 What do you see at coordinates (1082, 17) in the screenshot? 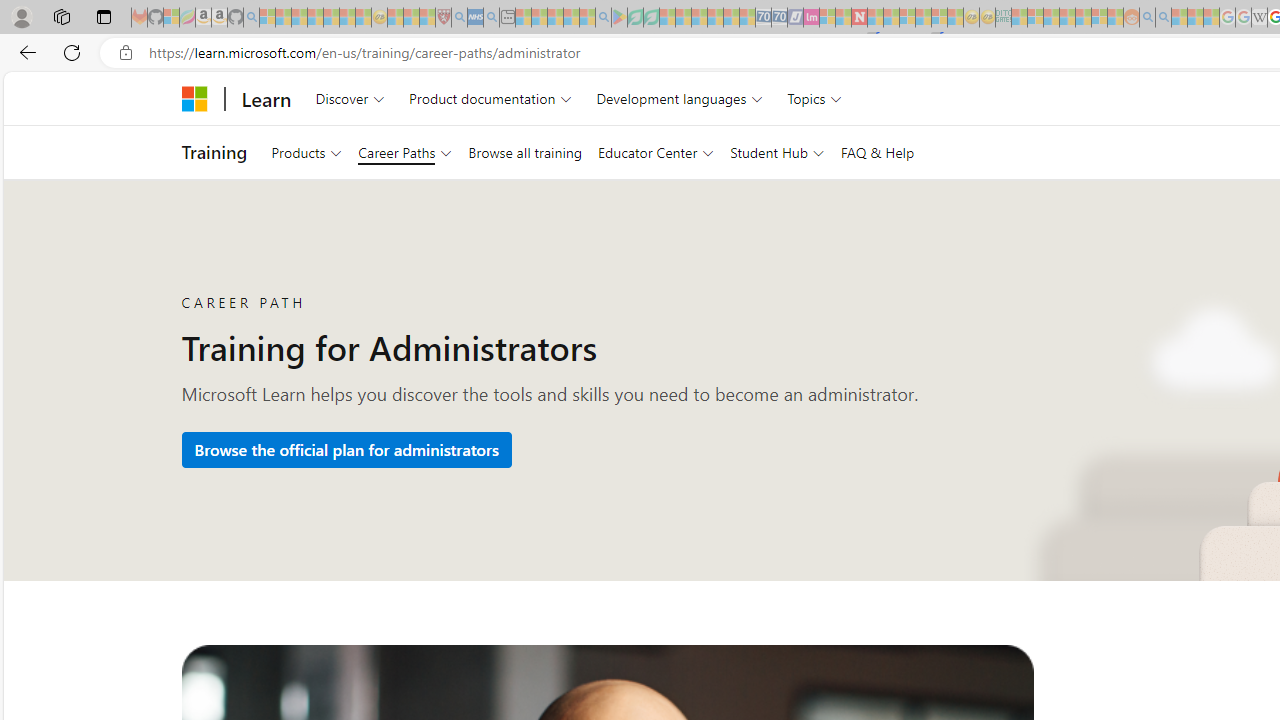
I see `'Kinda Frugal - MSN - Sleeping'` at bounding box center [1082, 17].